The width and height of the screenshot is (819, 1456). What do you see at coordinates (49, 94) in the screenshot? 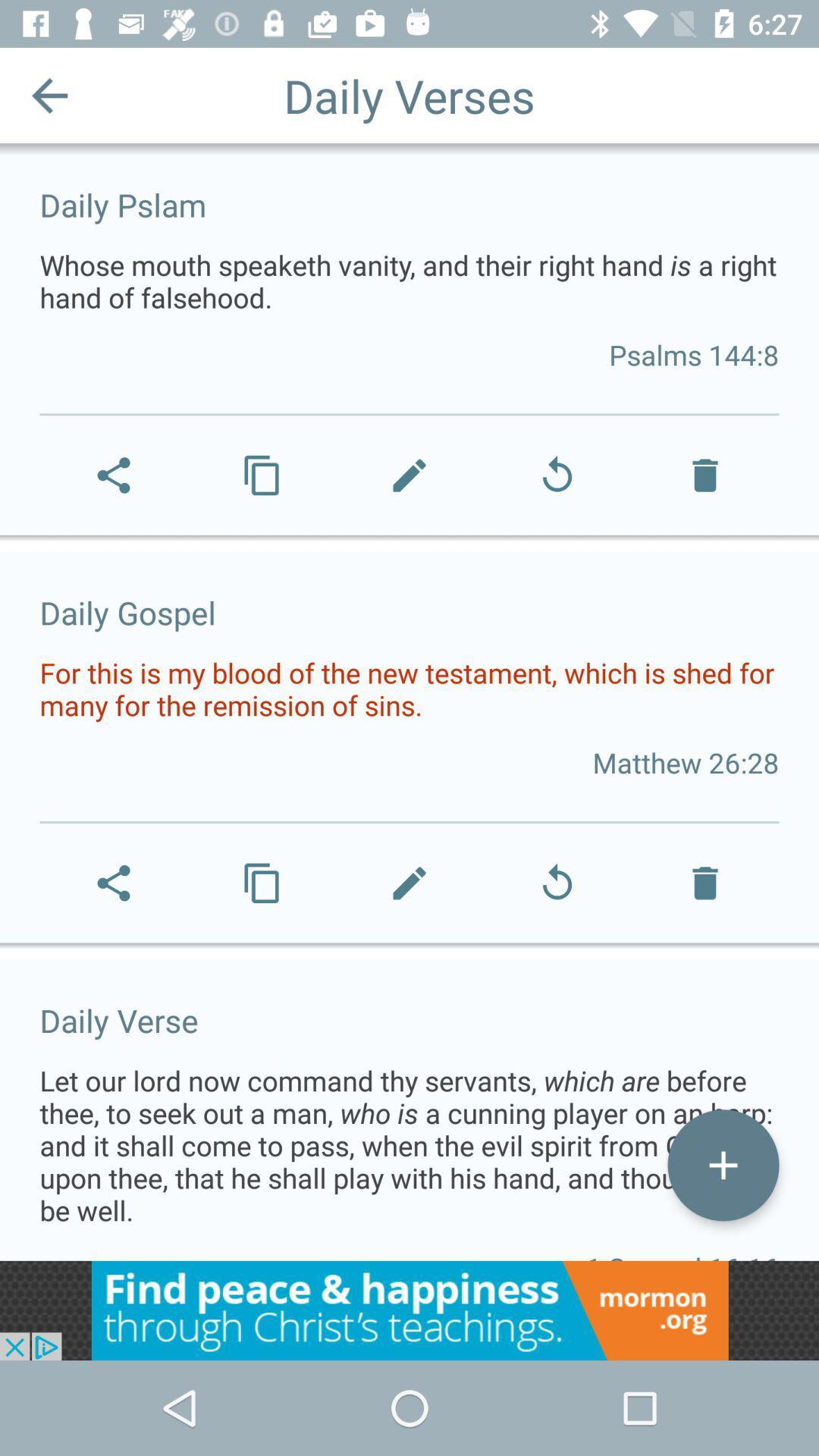
I see `go back` at bounding box center [49, 94].